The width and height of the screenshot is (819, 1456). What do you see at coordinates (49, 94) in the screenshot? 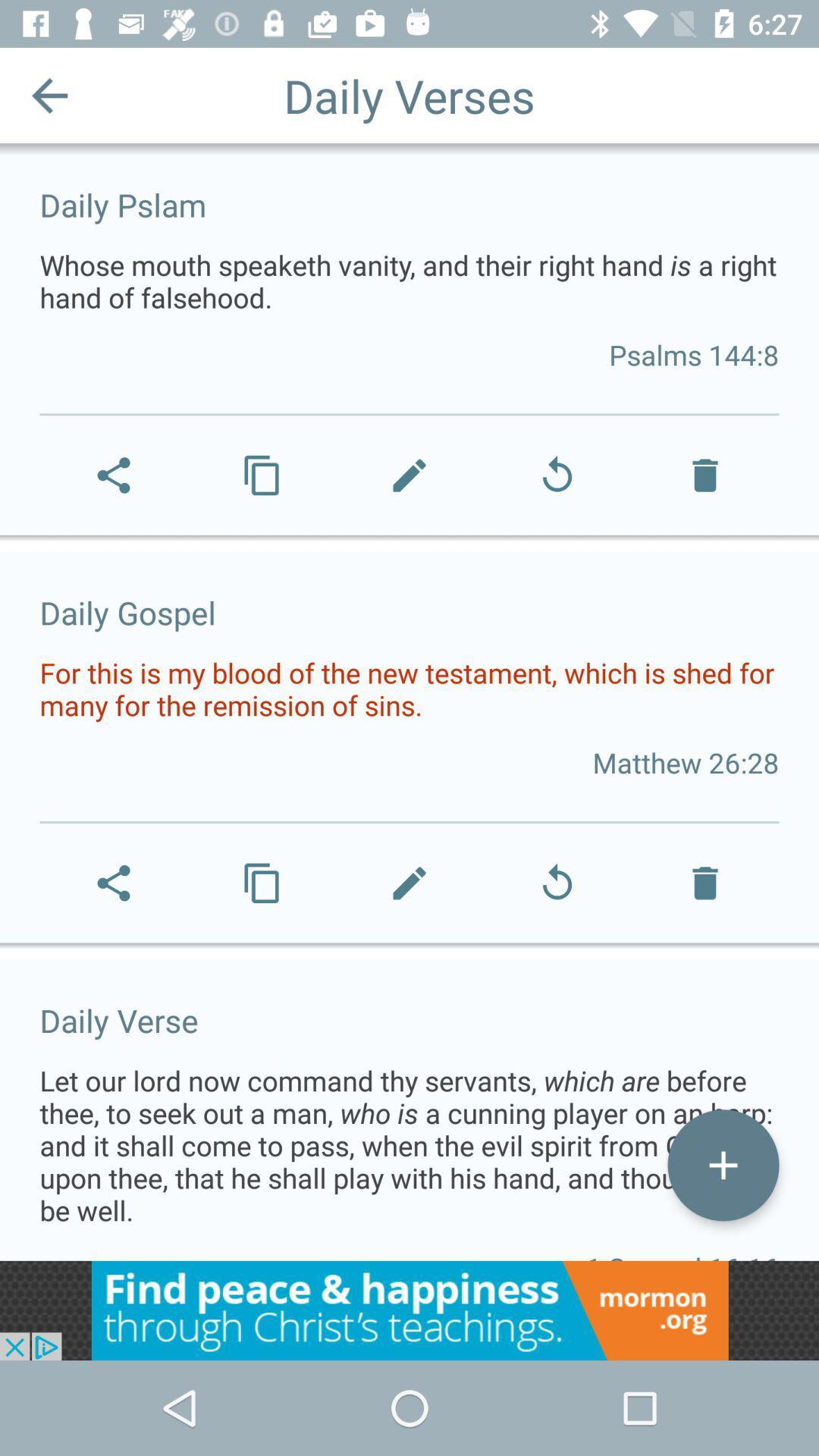
I see `go back` at bounding box center [49, 94].